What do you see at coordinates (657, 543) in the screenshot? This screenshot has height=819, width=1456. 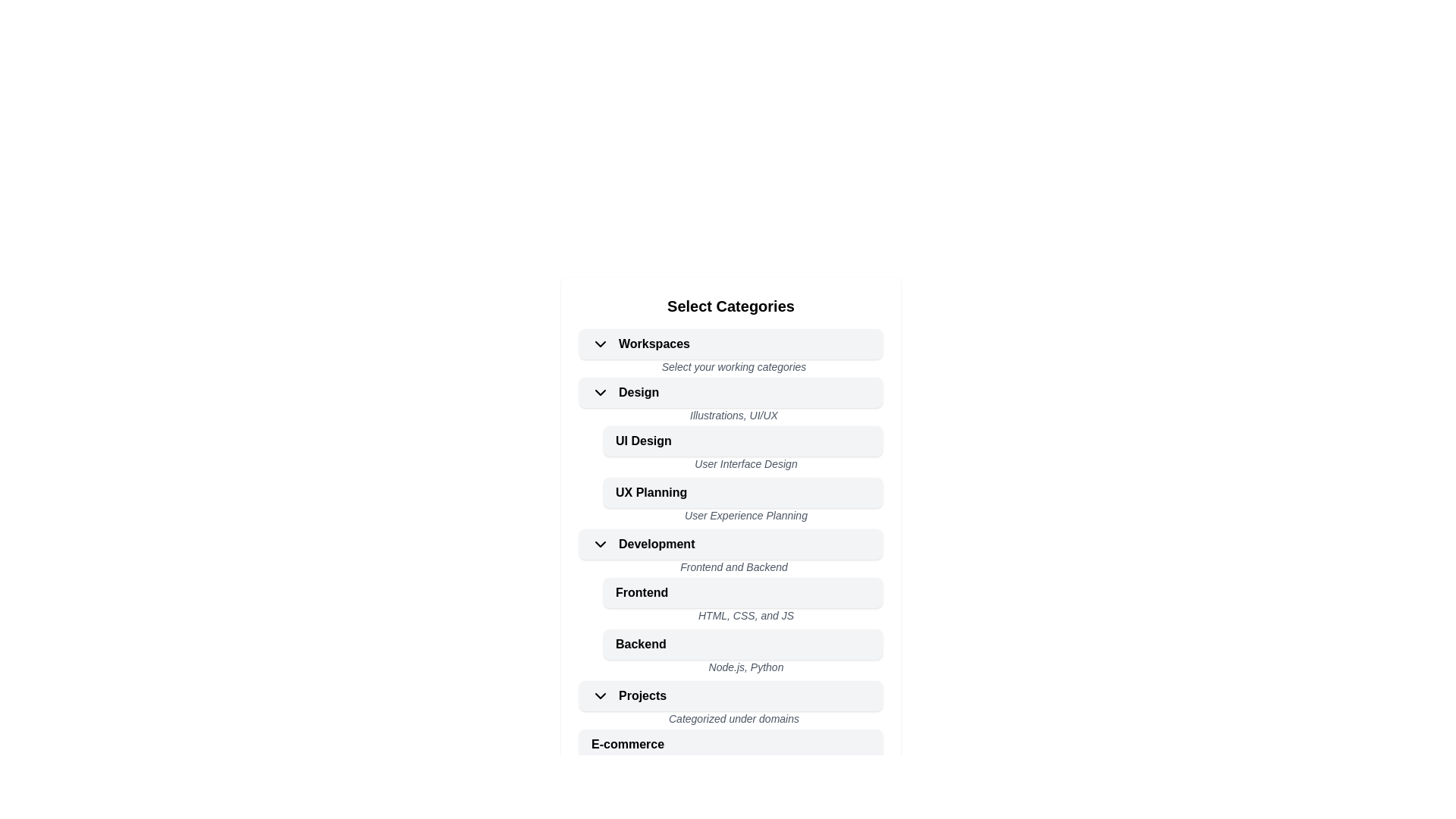 I see `the 'Development' text label, which is styled in bold font and positioned in the vertical list between 'UX Planning' and 'Frontend' in the 'Design' section` at bounding box center [657, 543].